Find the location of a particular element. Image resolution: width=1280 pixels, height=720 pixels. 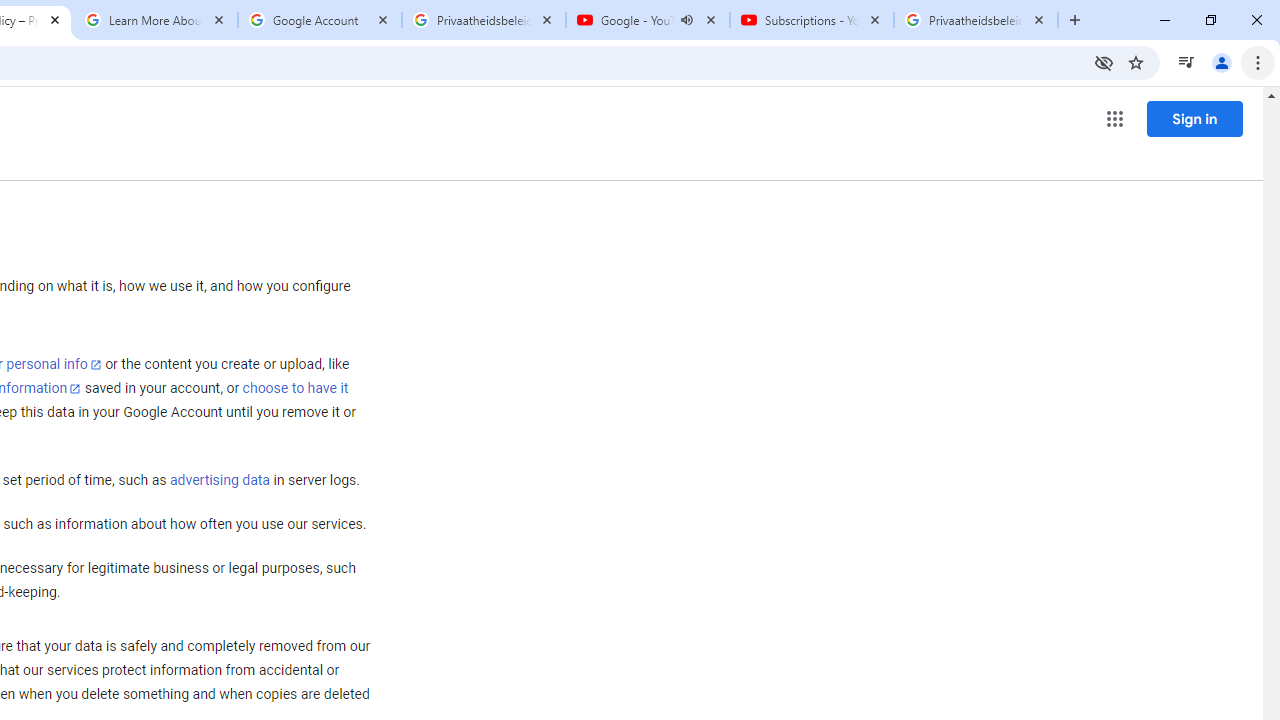

'Google - YouTube - Audio playing' is located at coordinates (647, 20).